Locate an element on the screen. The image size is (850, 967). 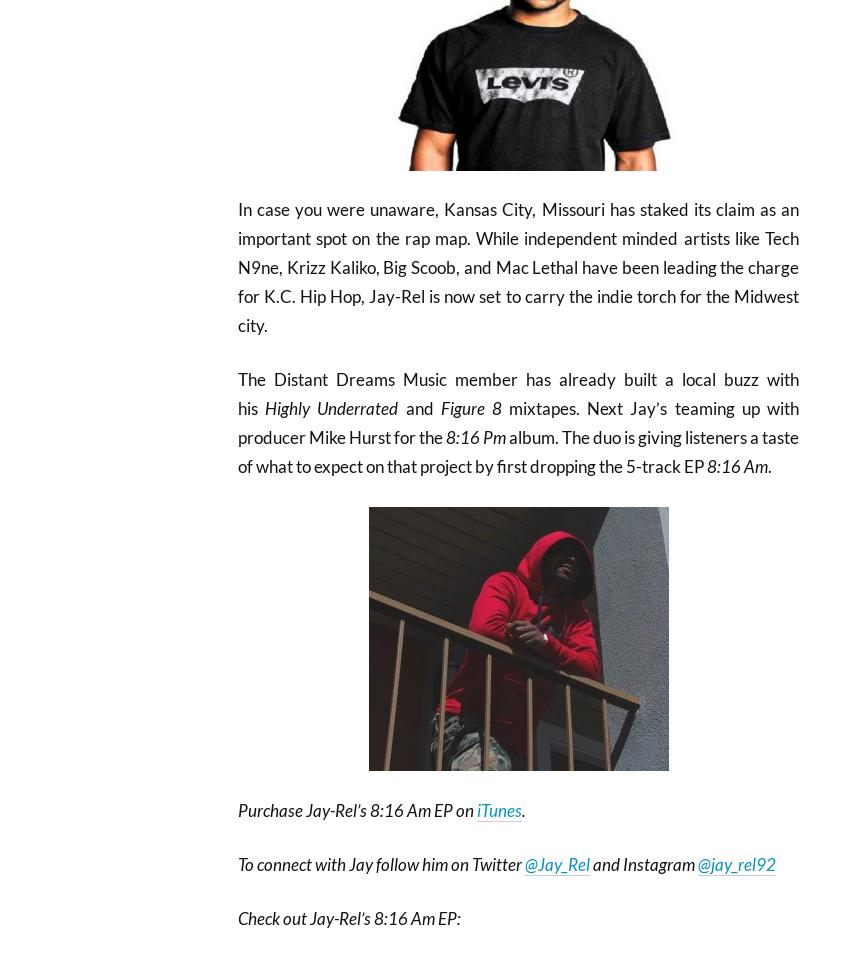
'Jay_Rel' is located at coordinates (536, 863).